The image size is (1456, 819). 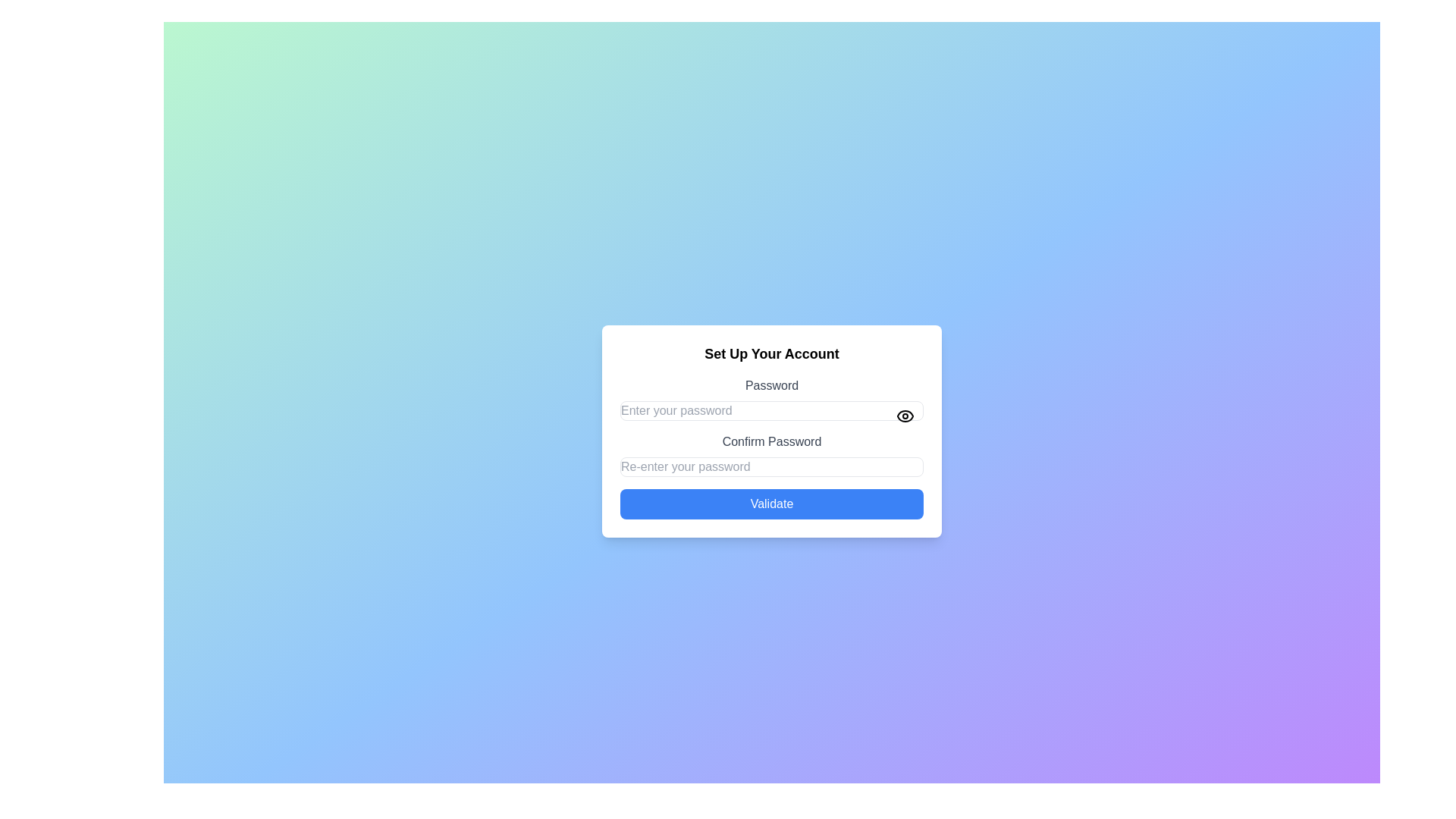 I want to click on the eye-shaped icon located adjacent to the password input field to potentially display a tooltip, so click(x=905, y=416).